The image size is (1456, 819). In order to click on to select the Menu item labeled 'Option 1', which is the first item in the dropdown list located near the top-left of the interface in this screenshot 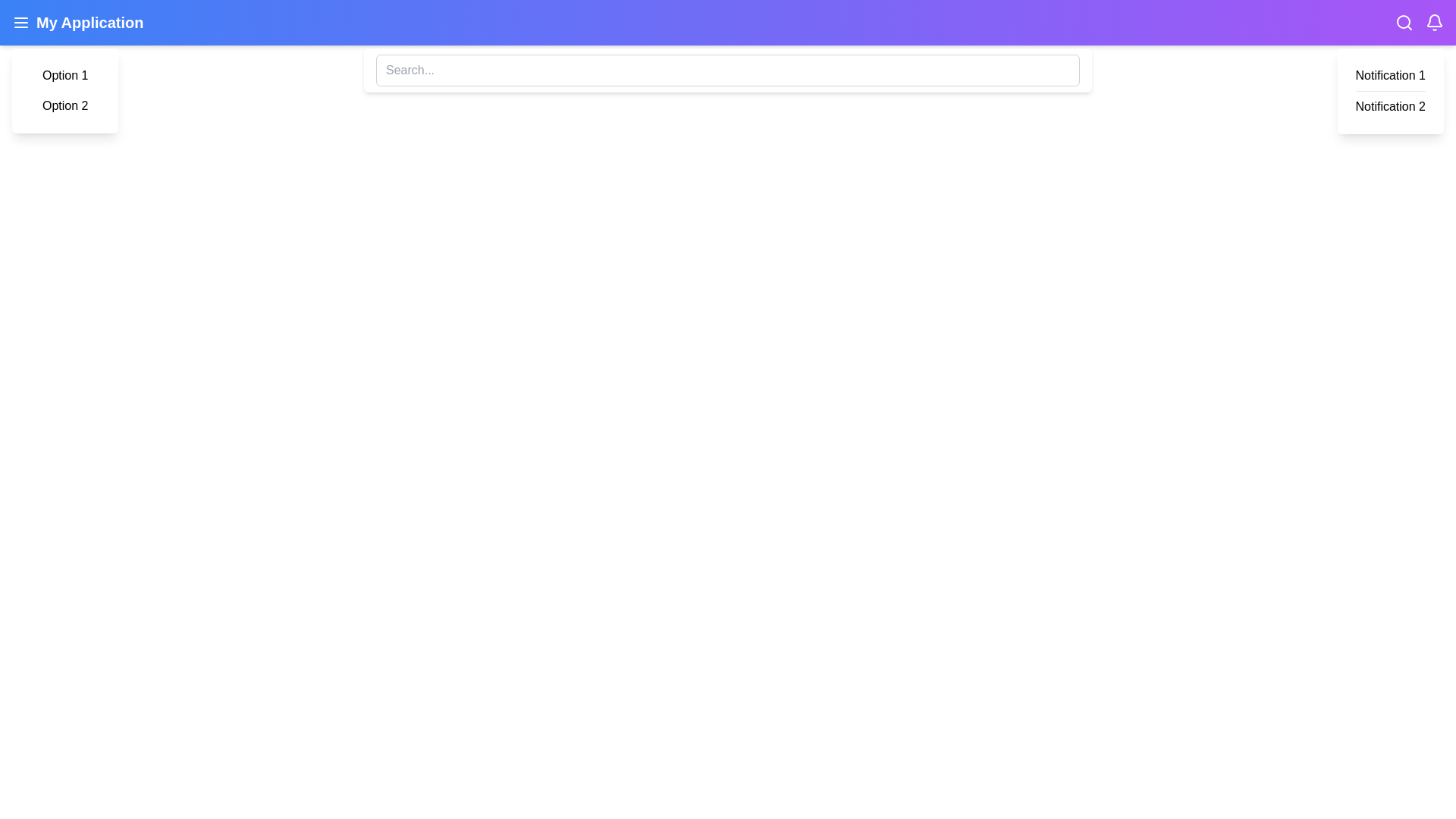, I will do `click(64, 76)`.